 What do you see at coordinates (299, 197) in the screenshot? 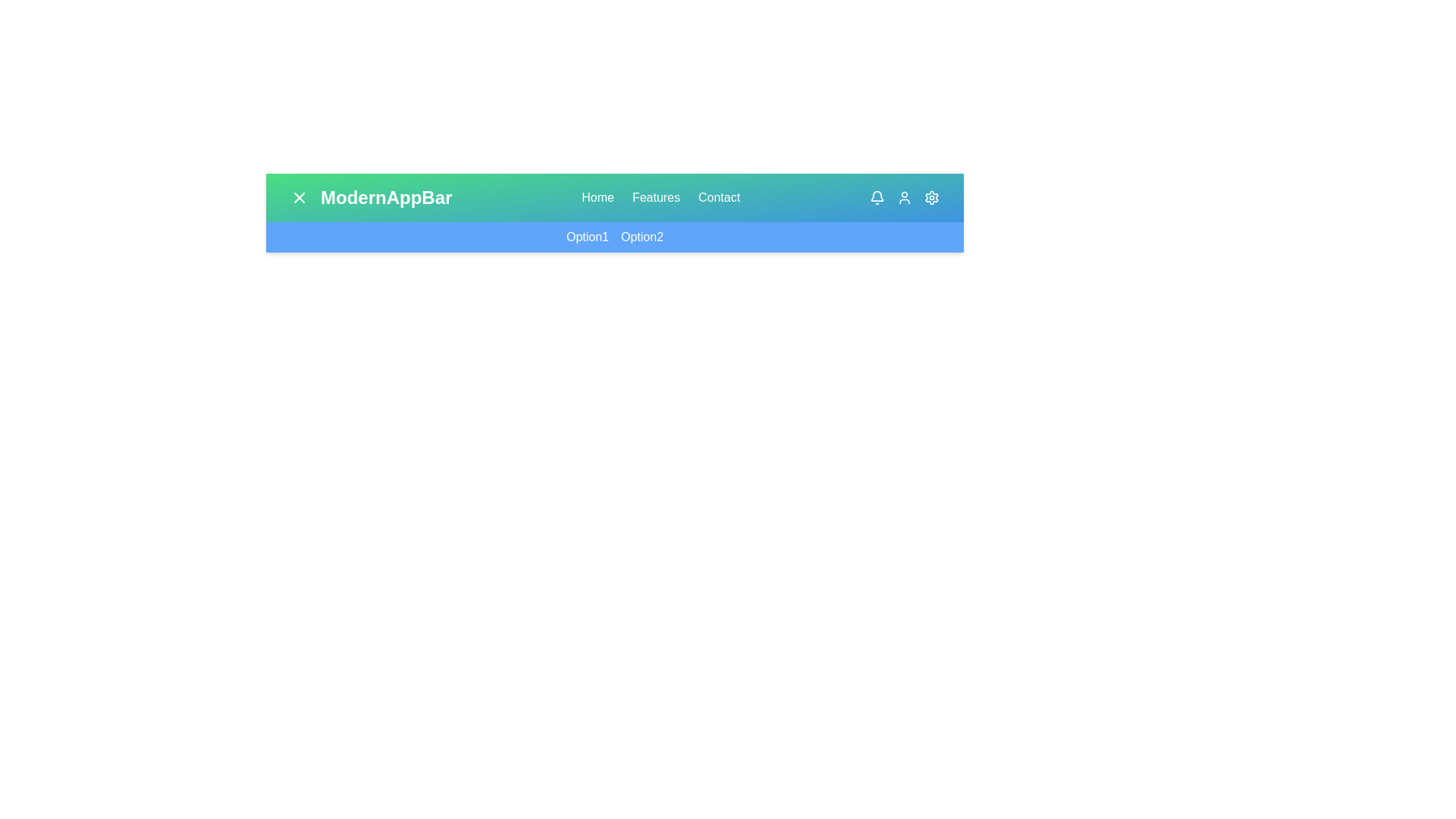
I see `the toggle button to change the menu visibility state` at bounding box center [299, 197].